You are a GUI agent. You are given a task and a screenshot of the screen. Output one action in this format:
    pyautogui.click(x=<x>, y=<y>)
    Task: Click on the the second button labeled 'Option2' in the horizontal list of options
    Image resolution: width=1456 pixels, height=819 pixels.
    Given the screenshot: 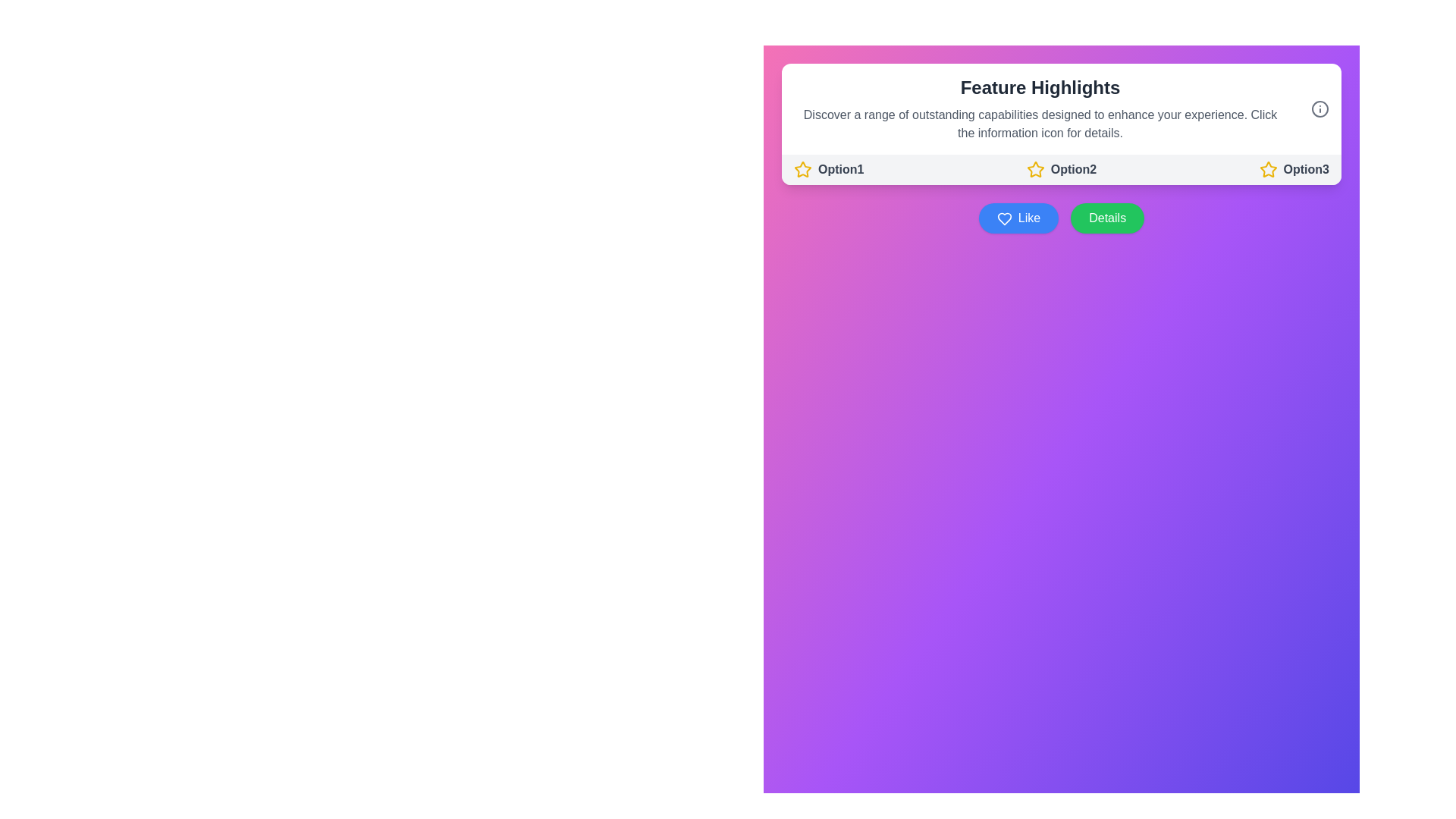 What is the action you would take?
    pyautogui.click(x=1061, y=169)
    